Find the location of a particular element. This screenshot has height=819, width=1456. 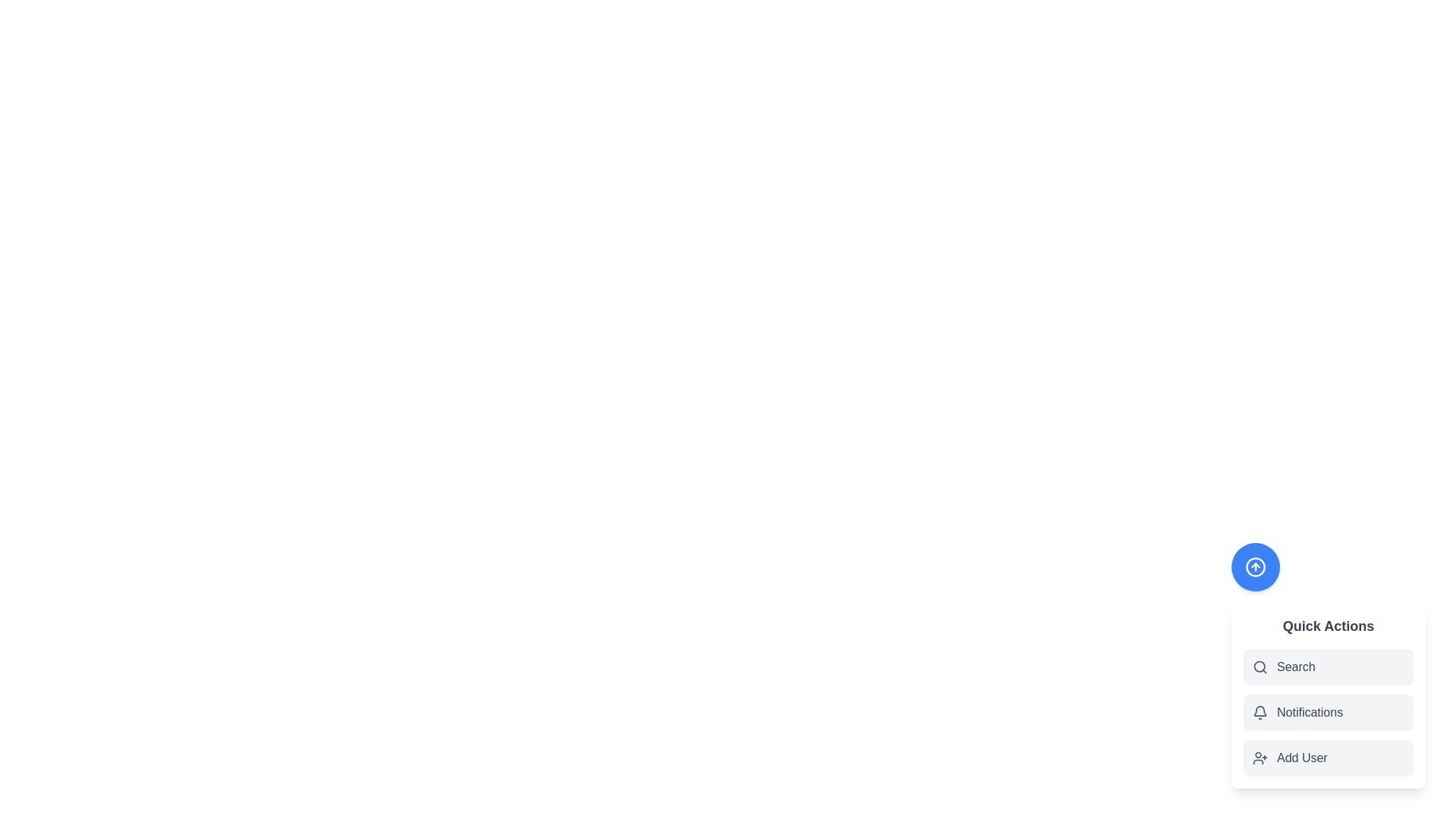

the bell-like notification icon located is located at coordinates (1260, 711).